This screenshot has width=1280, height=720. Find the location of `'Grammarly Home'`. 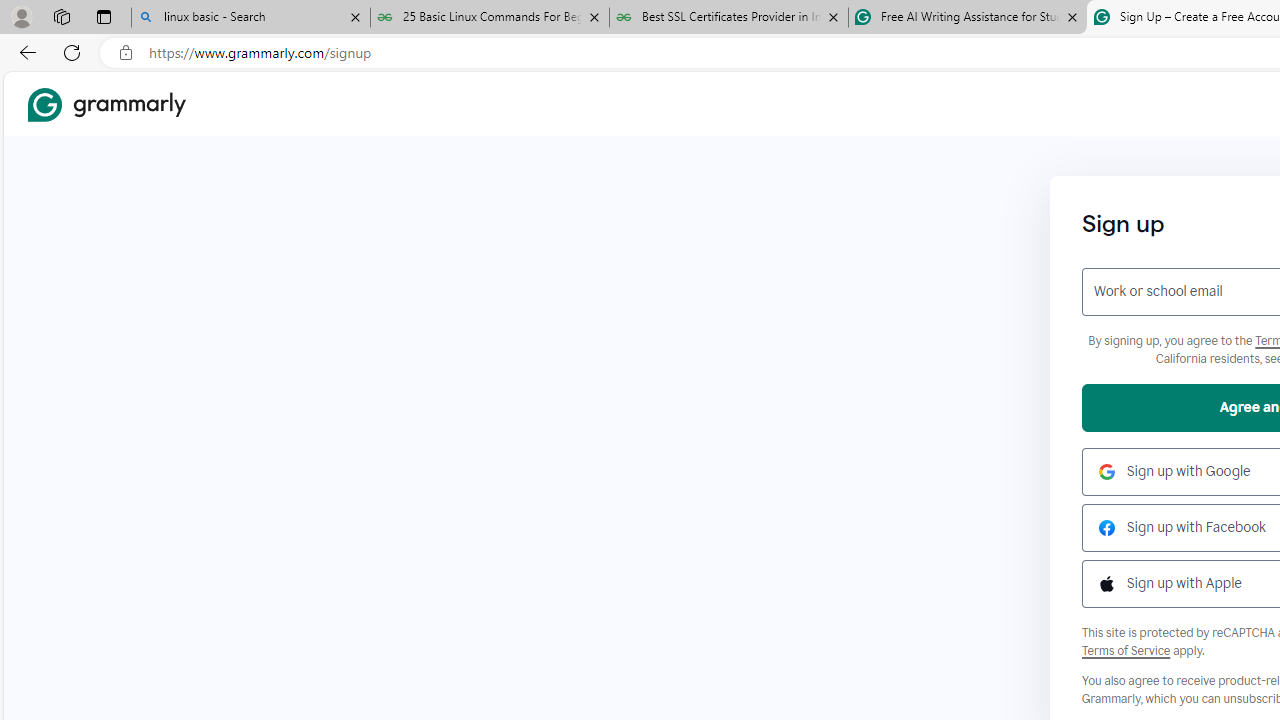

'Grammarly Home' is located at coordinates (105, 104).